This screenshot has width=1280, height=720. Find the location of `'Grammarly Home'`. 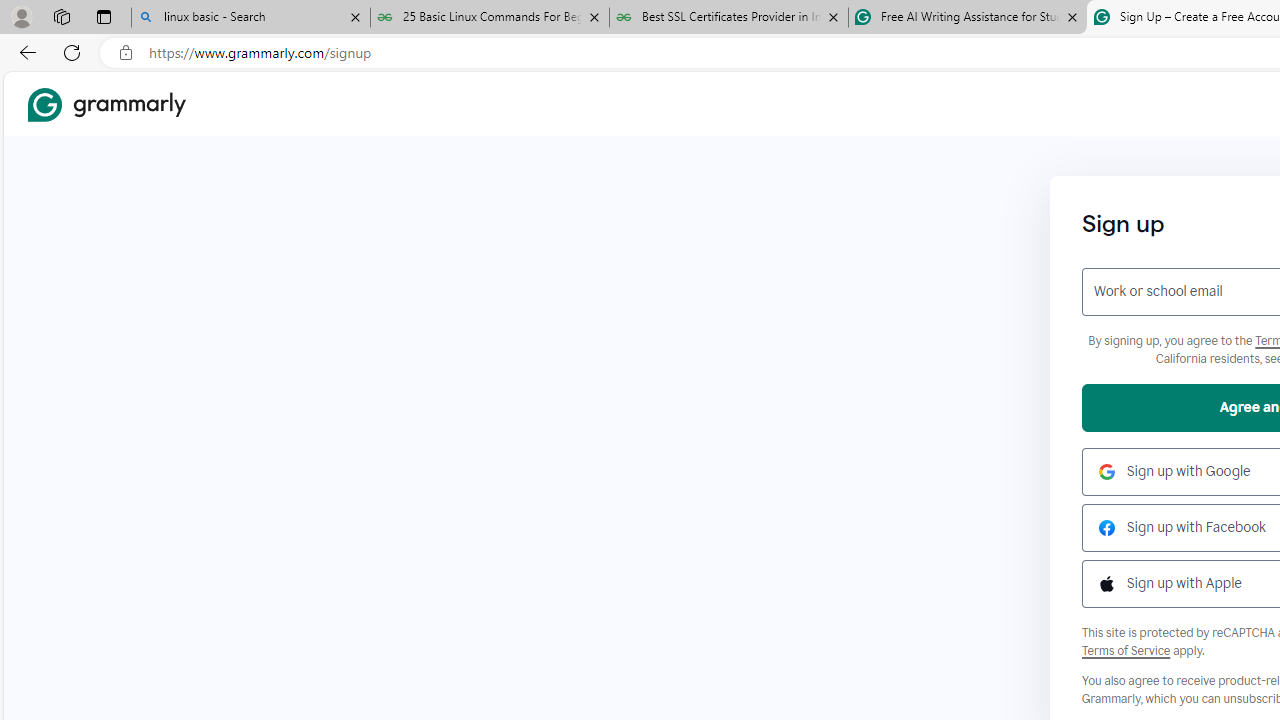

'Grammarly Home' is located at coordinates (105, 104).